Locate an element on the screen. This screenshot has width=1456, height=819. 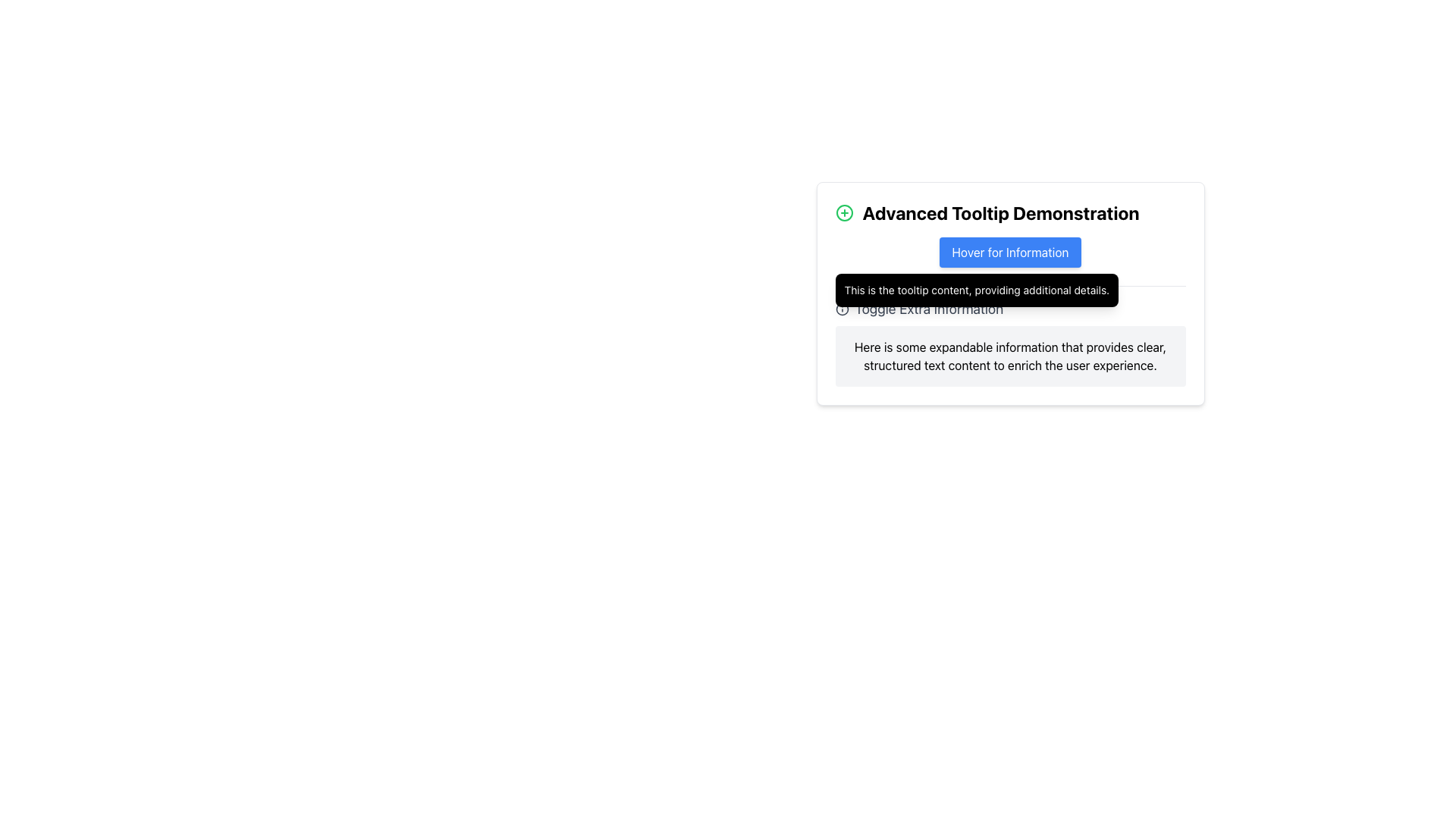
the tooltip located below the 'Hover for Information' blue button in the 'Advanced Tooltip Demonstration' section is located at coordinates (1010, 293).